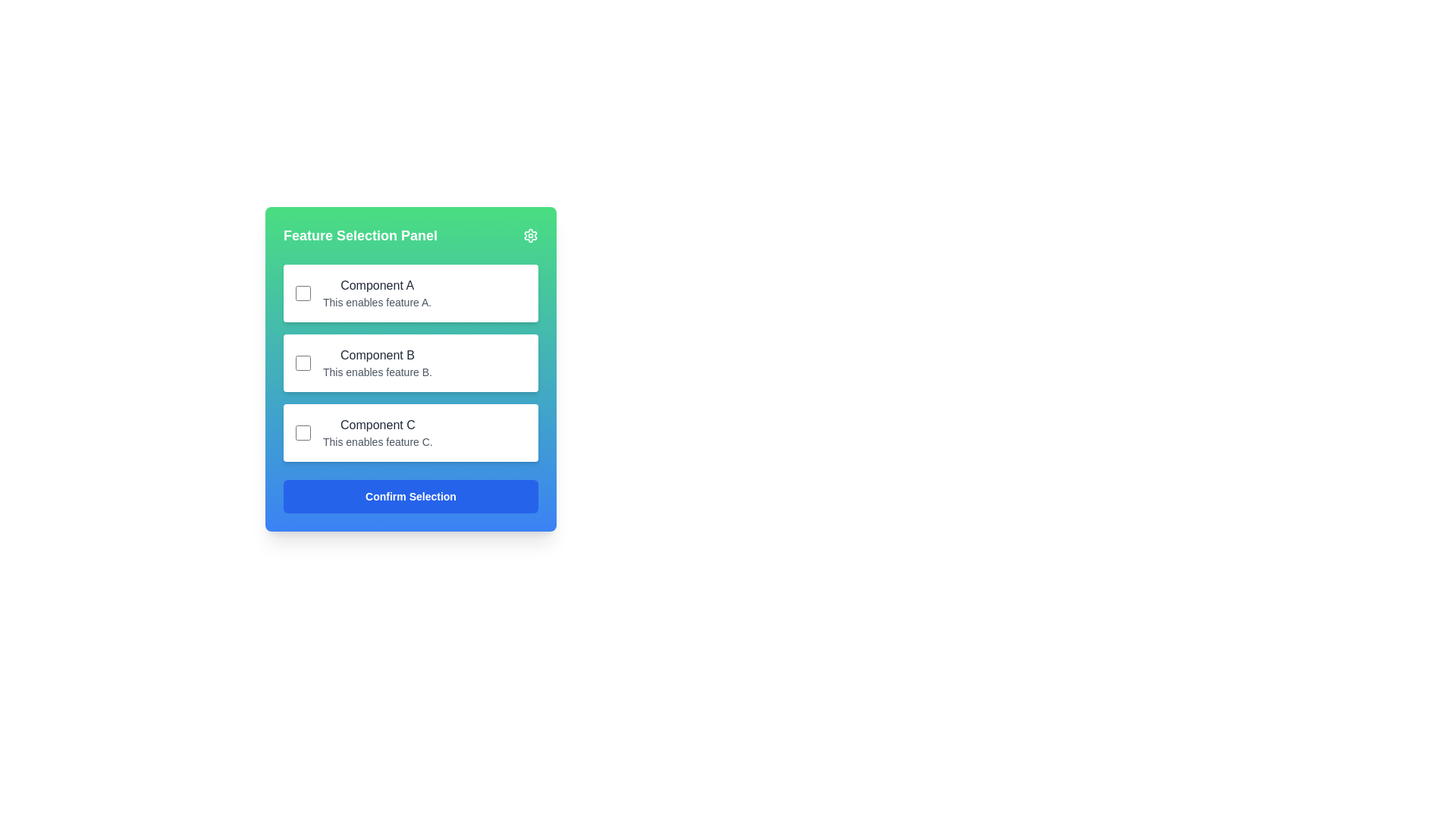  Describe the element at coordinates (411, 362) in the screenshot. I see `the 'Component B' selectable item section` at that location.